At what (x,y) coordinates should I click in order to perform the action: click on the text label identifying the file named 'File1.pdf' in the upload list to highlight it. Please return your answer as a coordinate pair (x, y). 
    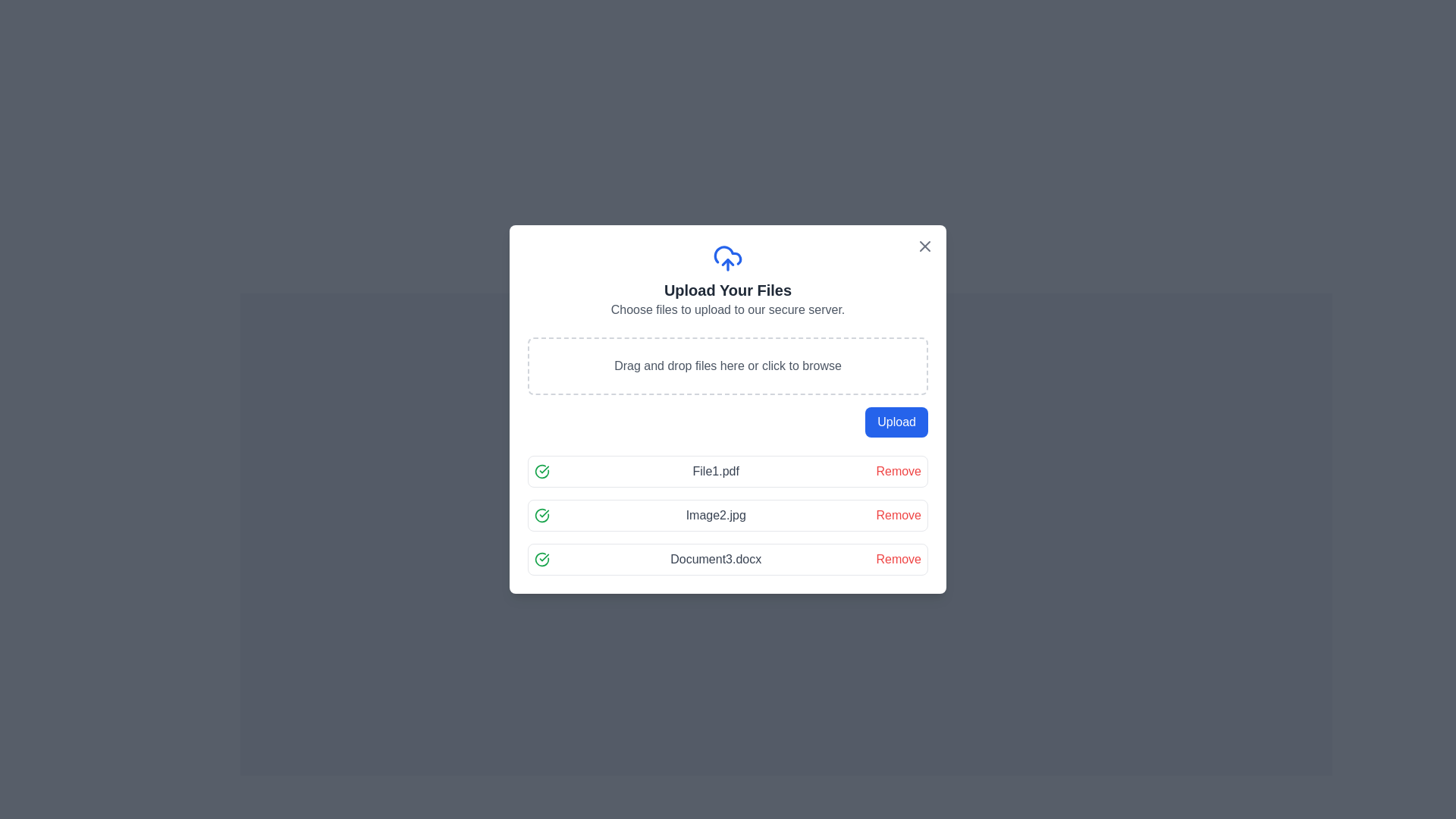
    Looking at the image, I should click on (715, 470).